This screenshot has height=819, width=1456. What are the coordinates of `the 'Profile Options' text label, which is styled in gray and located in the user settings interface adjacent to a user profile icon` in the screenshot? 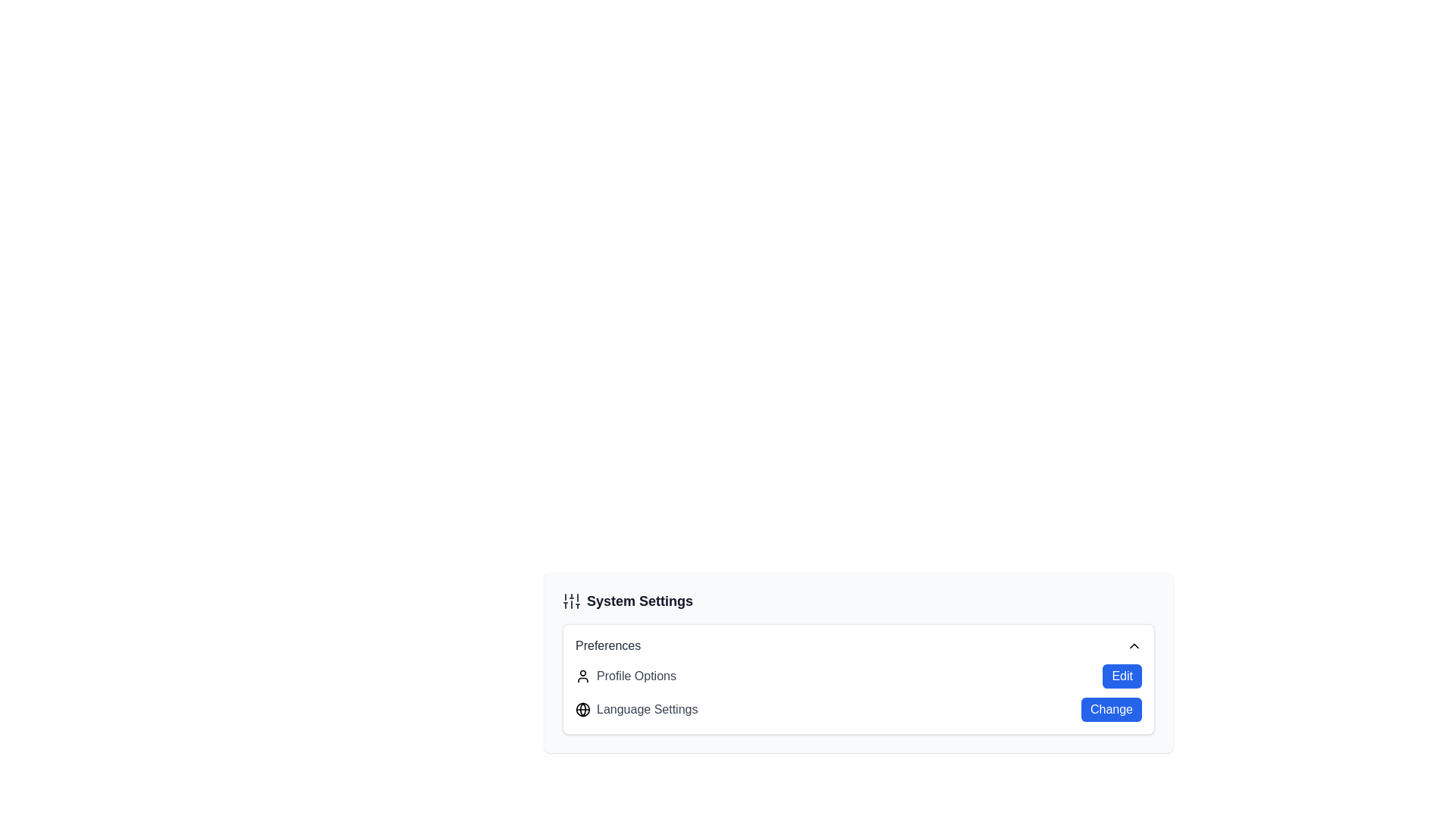 It's located at (636, 675).